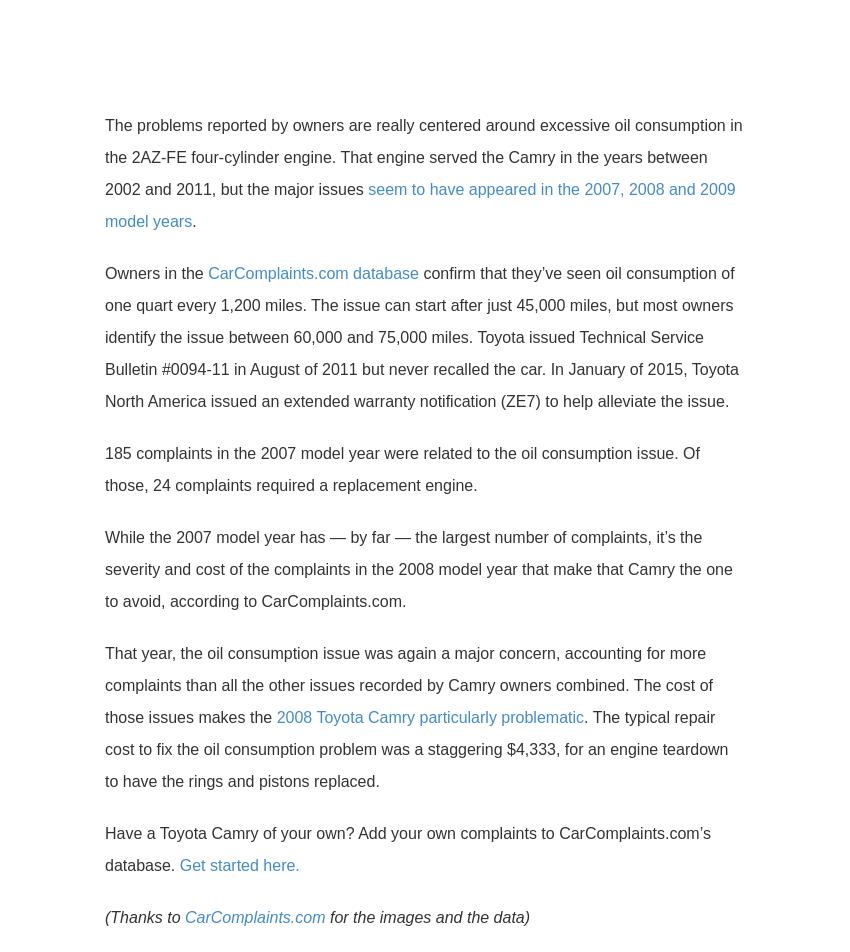 The width and height of the screenshot is (850, 952). I want to click on '.', so click(192, 221).